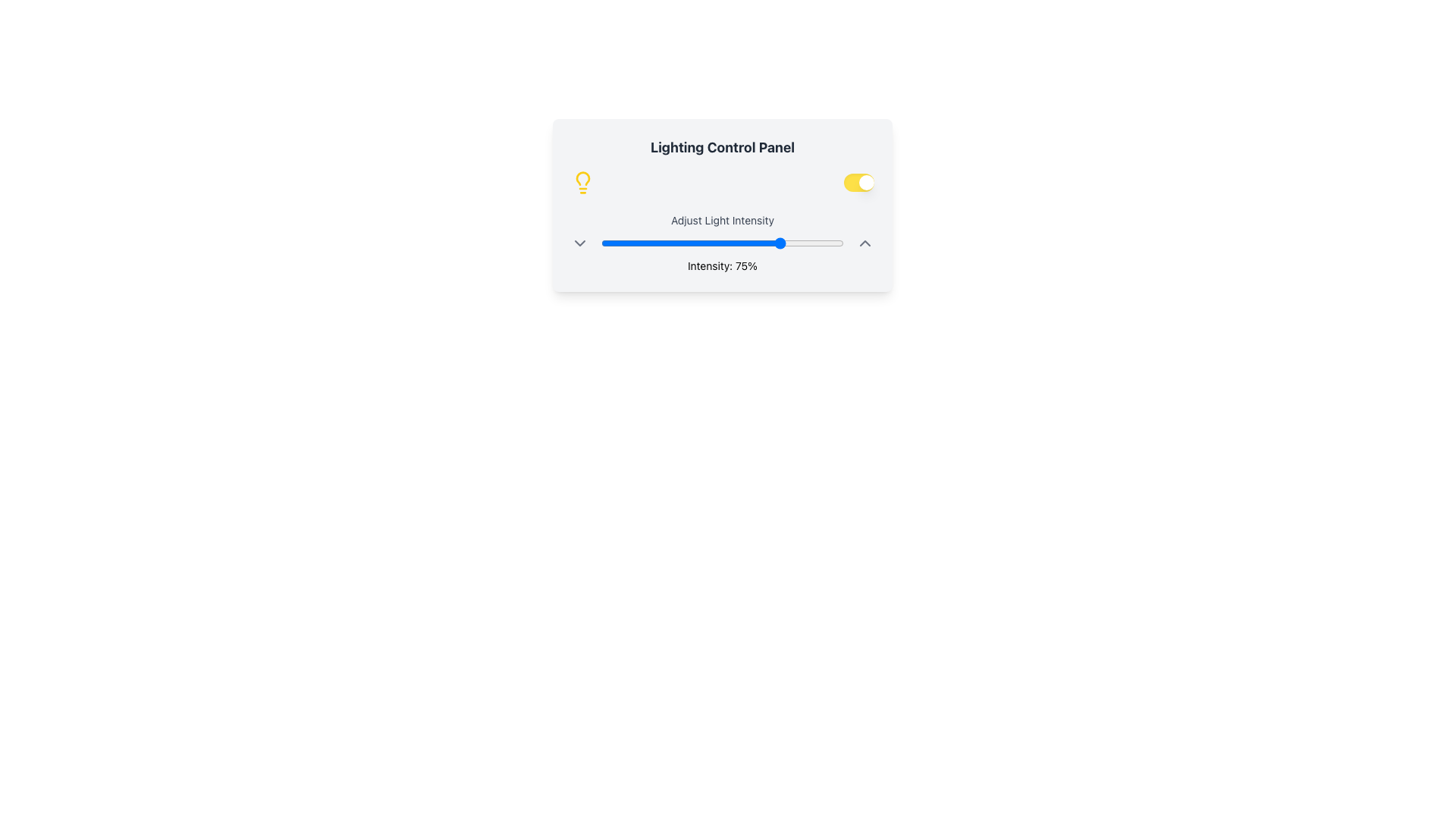 This screenshot has height=819, width=1456. What do you see at coordinates (865, 242) in the screenshot?
I see `the chevron-up icon, which is an upward-pointing triangle with a gray border located at the far-right end of the horizontal layout grouping` at bounding box center [865, 242].